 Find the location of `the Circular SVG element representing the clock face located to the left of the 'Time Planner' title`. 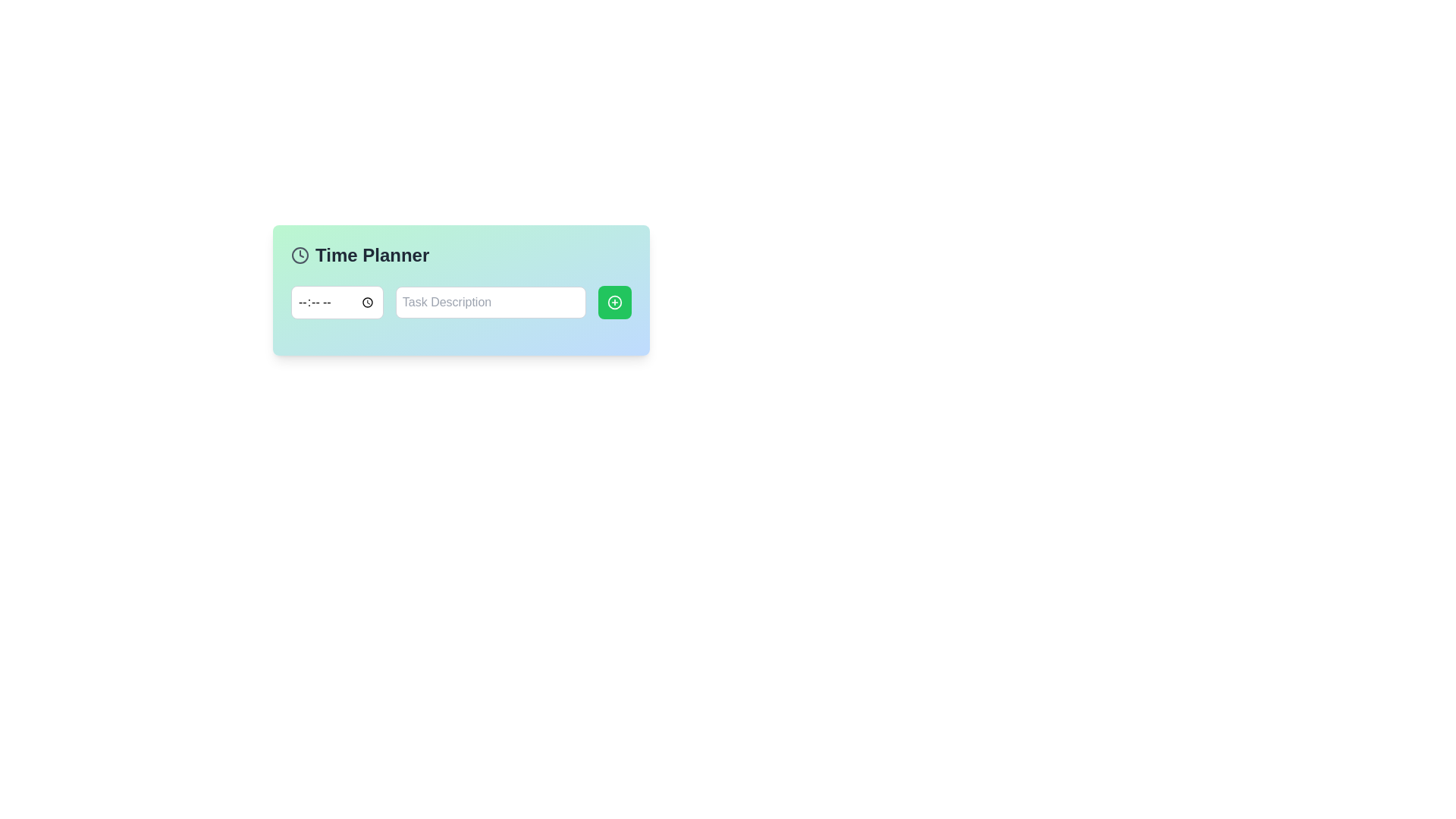

the Circular SVG element representing the clock face located to the left of the 'Time Planner' title is located at coordinates (300, 254).